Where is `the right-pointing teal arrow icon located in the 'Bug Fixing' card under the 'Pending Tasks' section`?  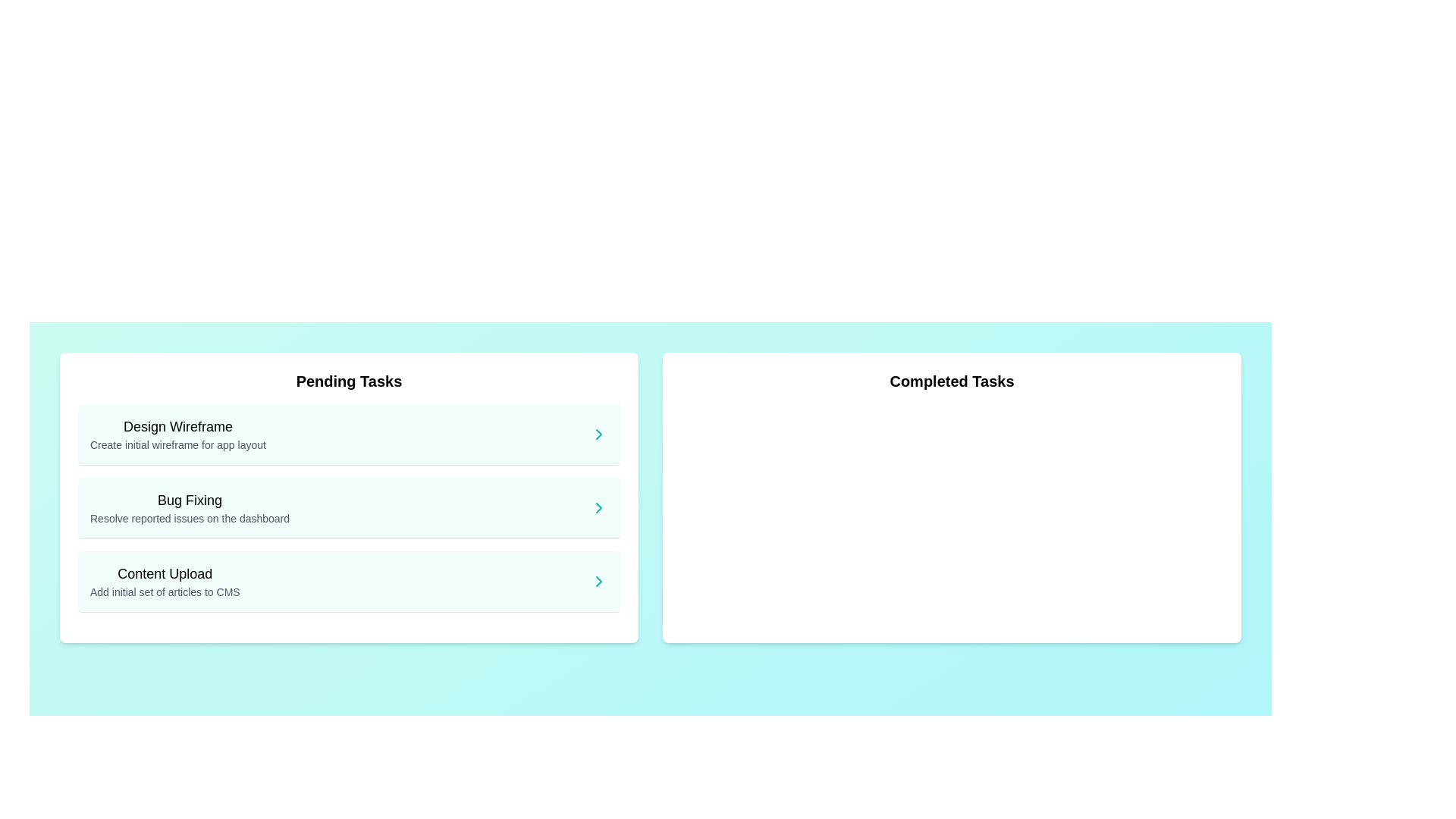 the right-pointing teal arrow icon located in the 'Bug Fixing' card under the 'Pending Tasks' section is located at coordinates (598, 508).